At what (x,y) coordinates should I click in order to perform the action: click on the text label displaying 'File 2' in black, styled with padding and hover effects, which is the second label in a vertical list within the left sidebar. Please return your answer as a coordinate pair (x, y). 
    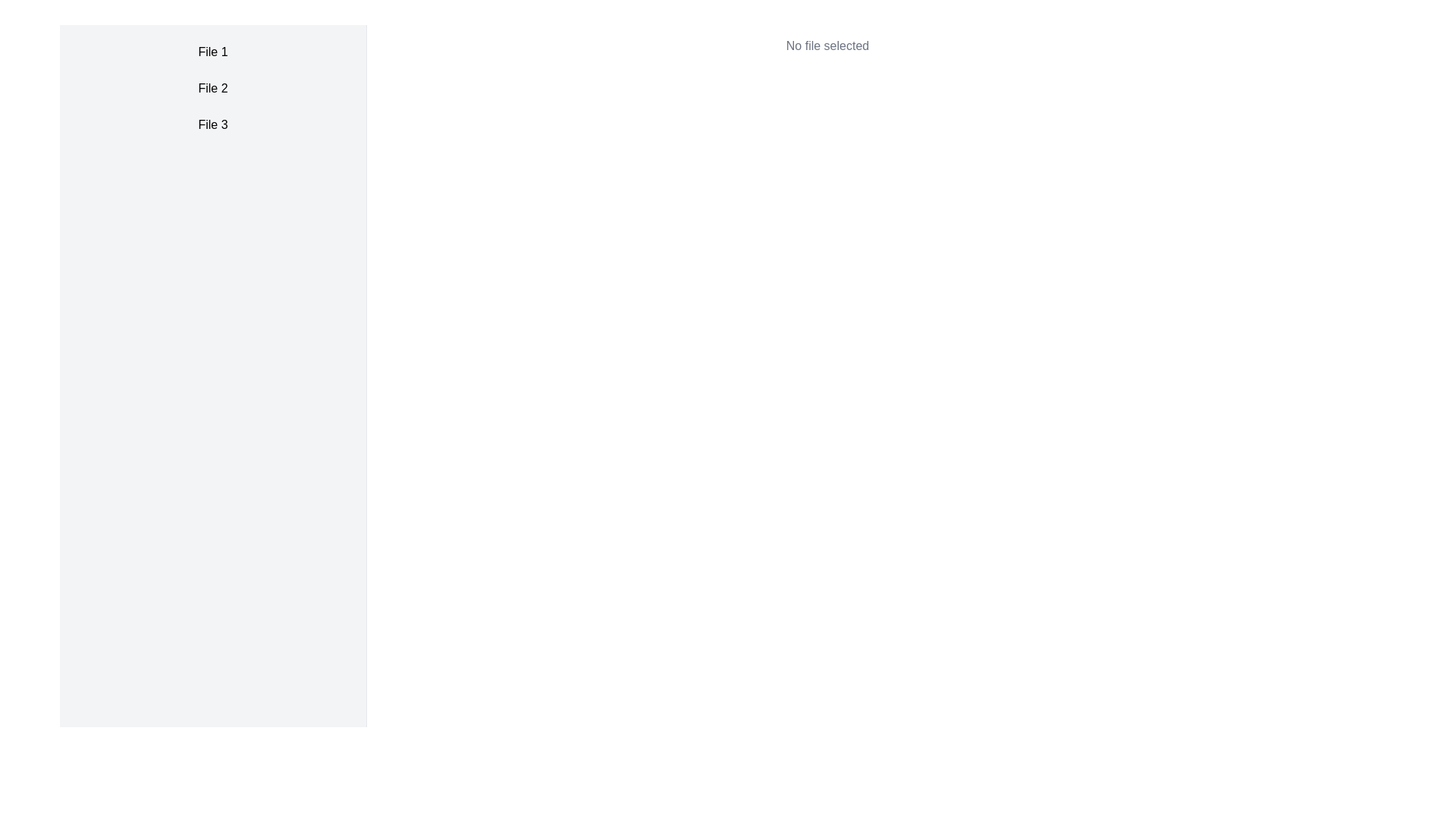
    Looking at the image, I should click on (212, 88).